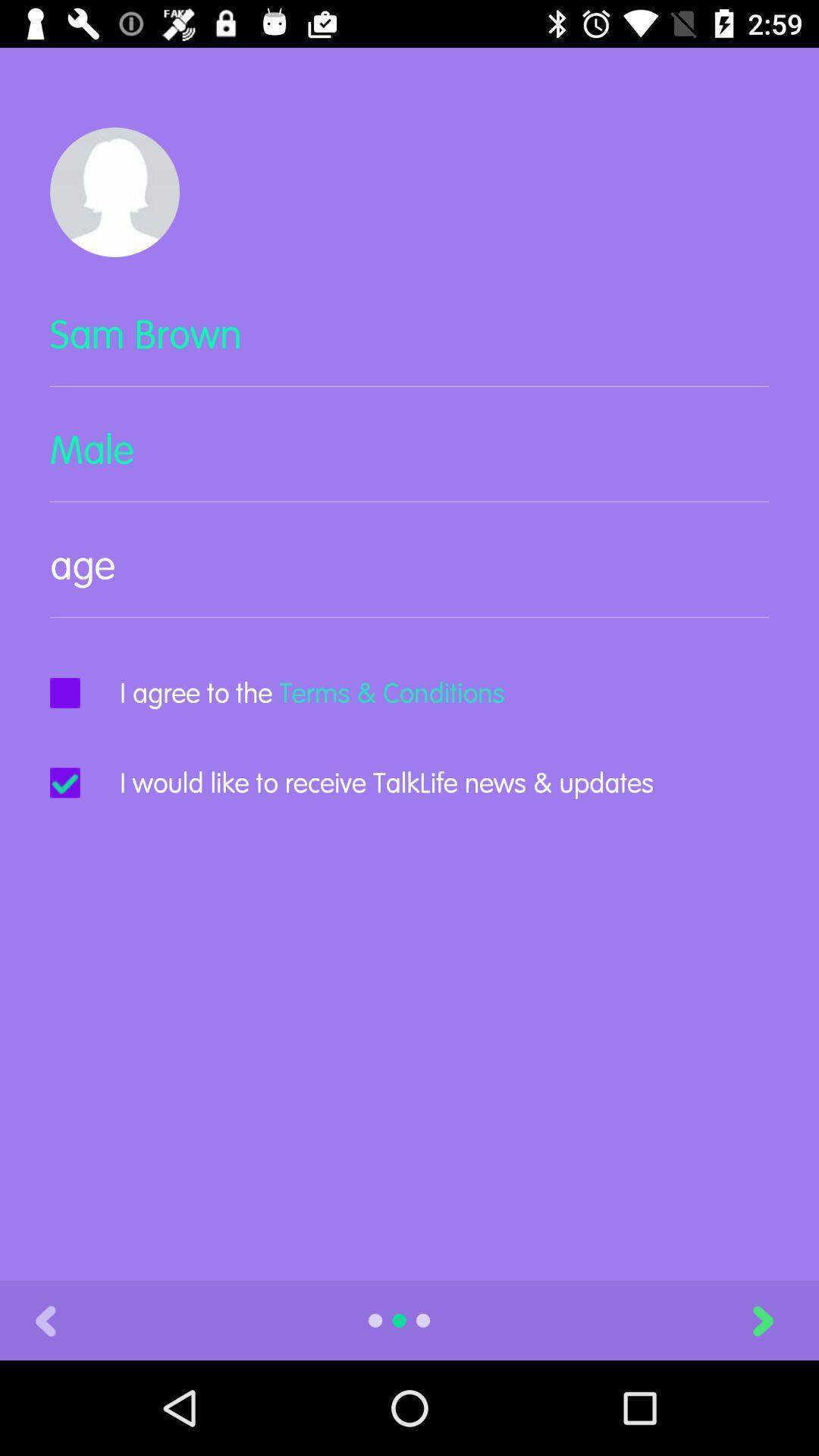 This screenshot has width=819, height=1456. Describe the element at coordinates (114, 191) in the screenshot. I see `profile image icon` at that location.